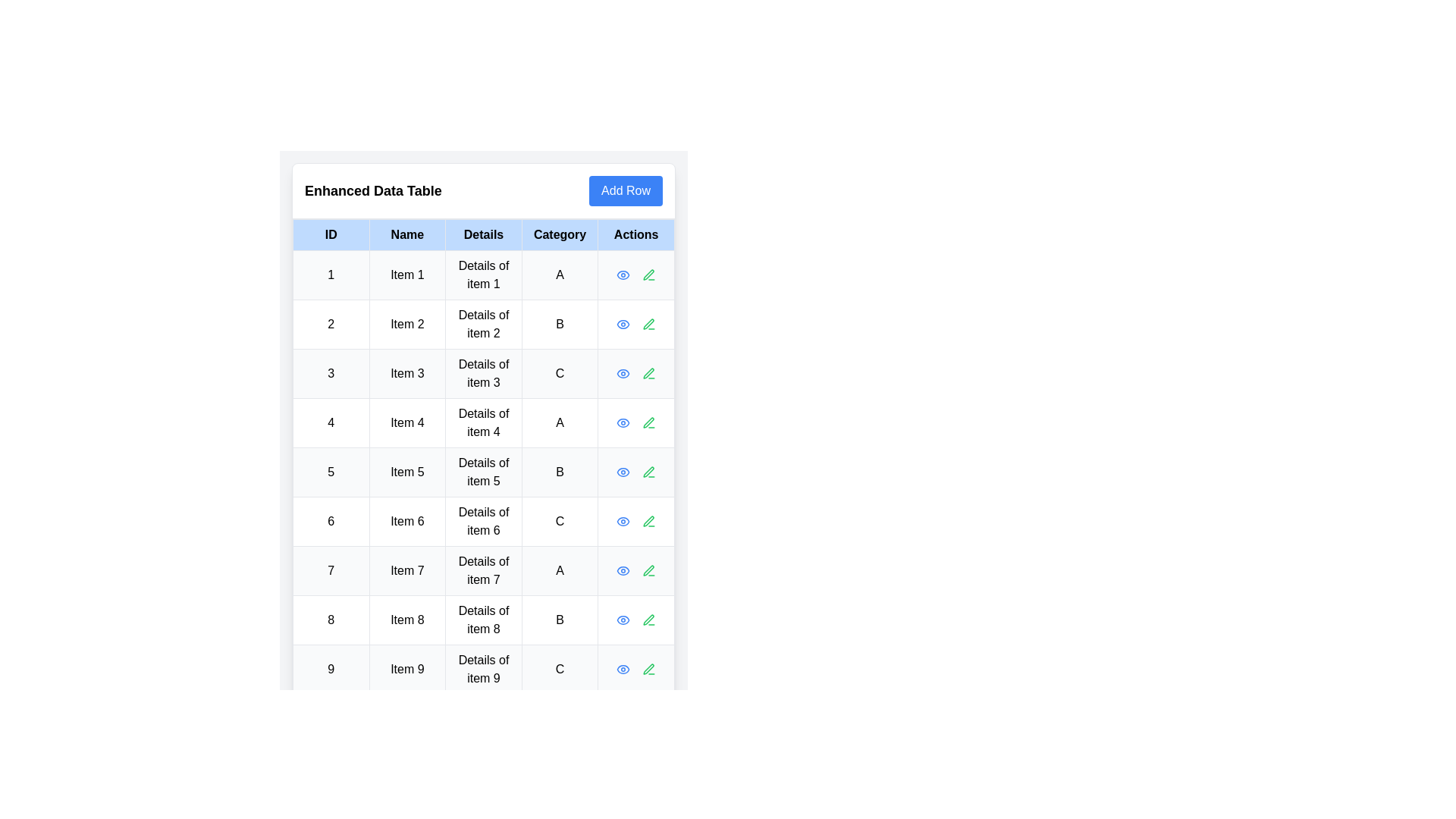  I want to click on the edit button located in the 'Actions' column of the eighth row in the table to initiate editing of the corresponding row's data, so click(649, 620).